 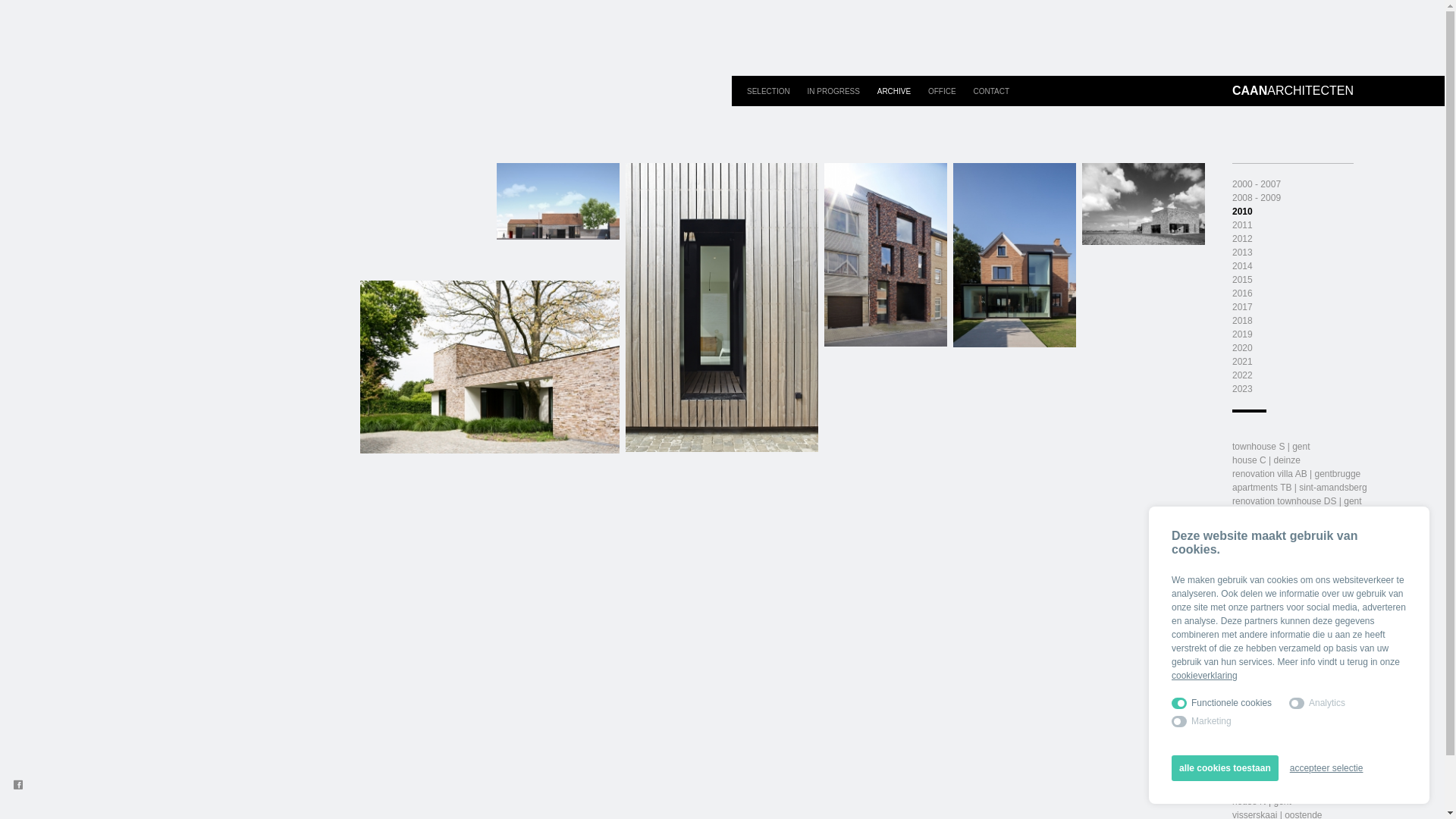 I want to click on 'alle cookies toestaan', so click(x=1225, y=768).